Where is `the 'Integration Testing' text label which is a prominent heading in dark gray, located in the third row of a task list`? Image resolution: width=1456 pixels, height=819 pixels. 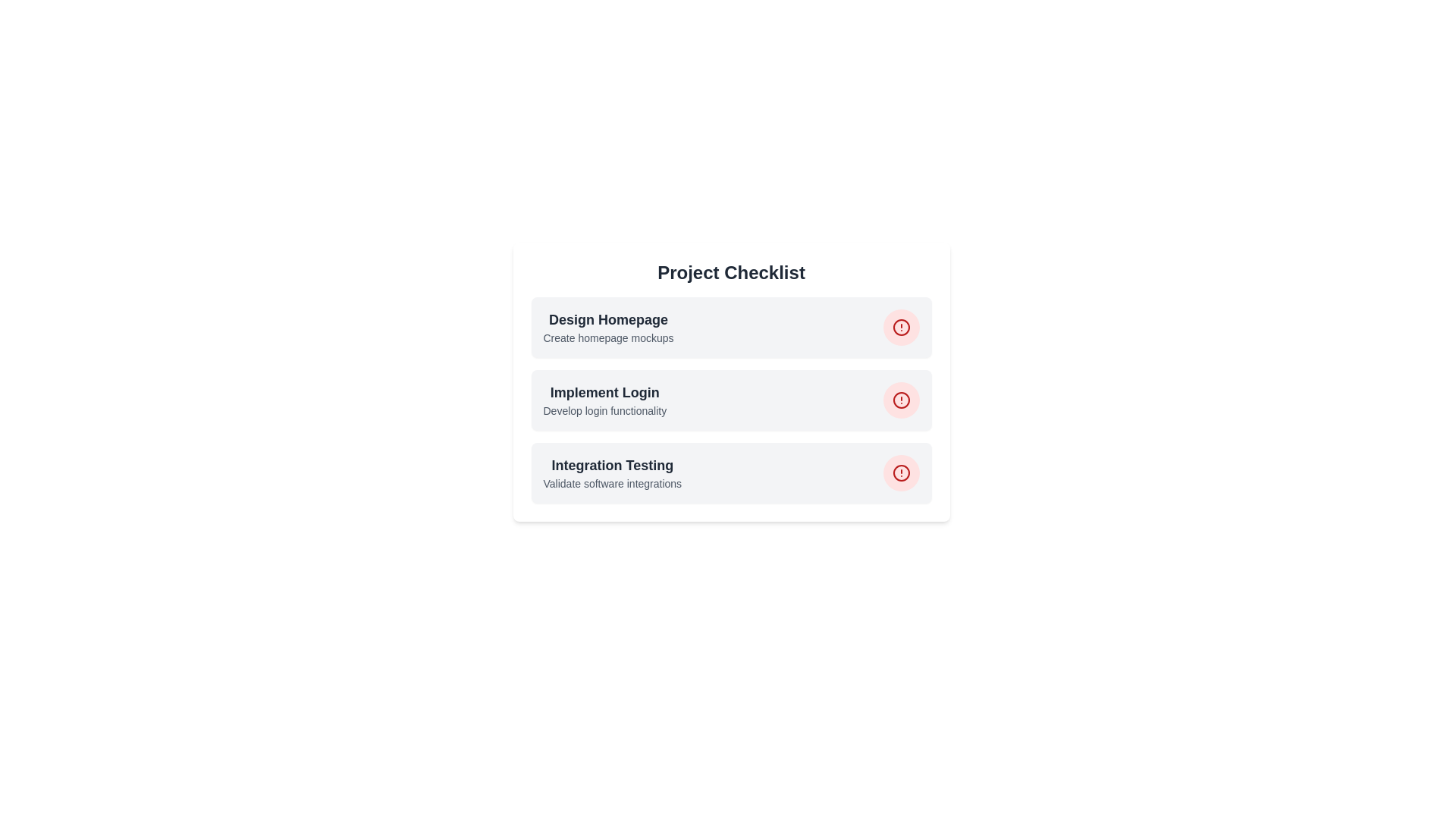
the 'Integration Testing' text label which is a prominent heading in dark gray, located in the third row of a task list is located at coordinates (612, 464).